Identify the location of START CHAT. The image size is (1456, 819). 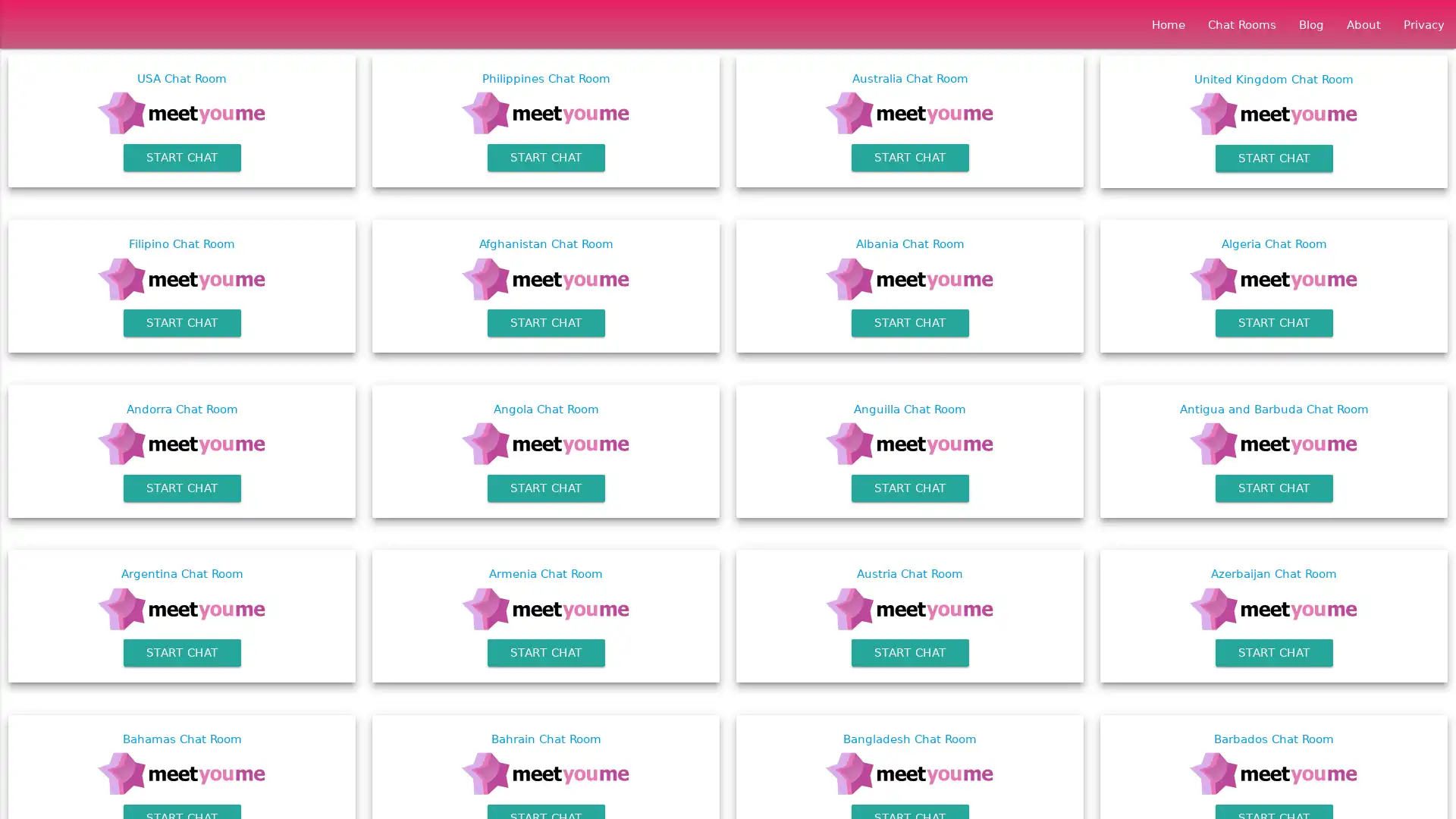
(909, 157).